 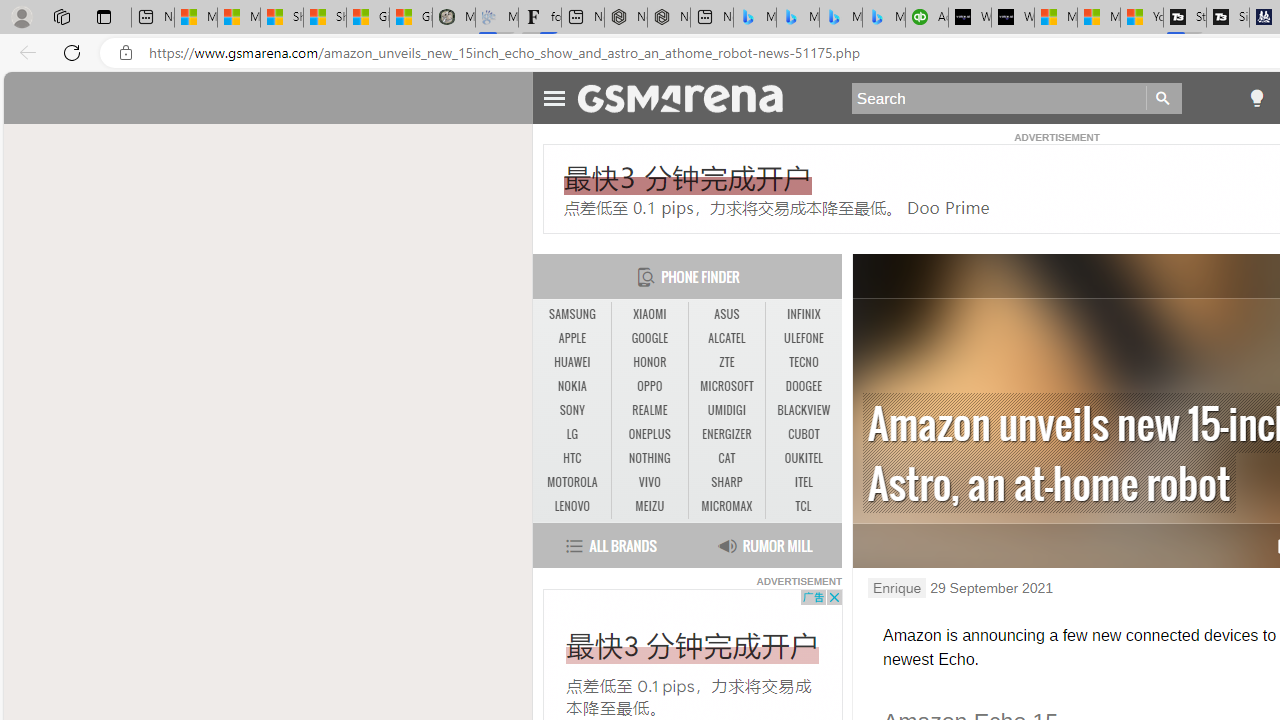 I want to click on 'ENERGIZER', so click(x=726, y=433).